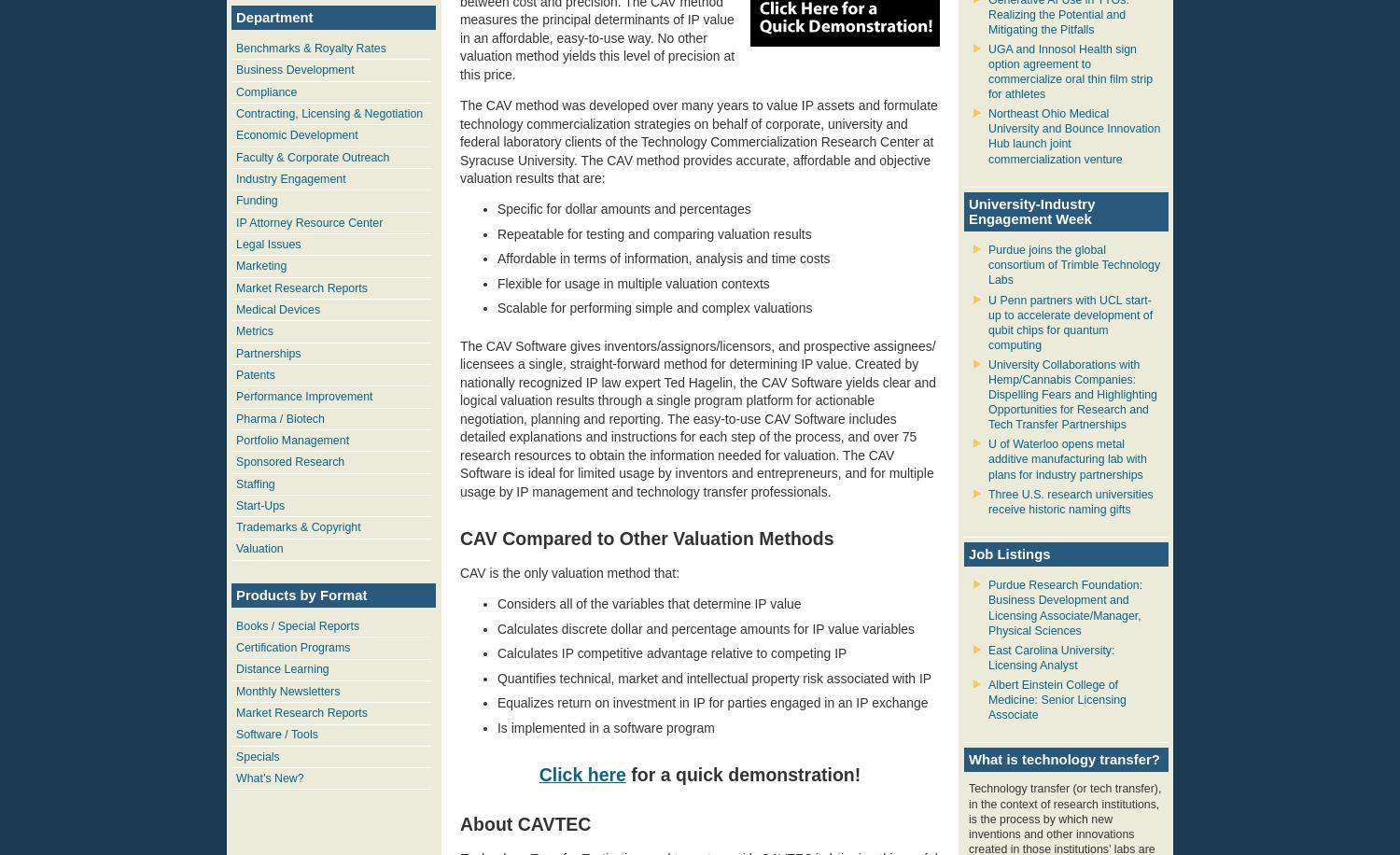 This screenshot has width=1400, height=855. I want to click on 'Scalable for performing simple and complex valuations', so click(653, 307).